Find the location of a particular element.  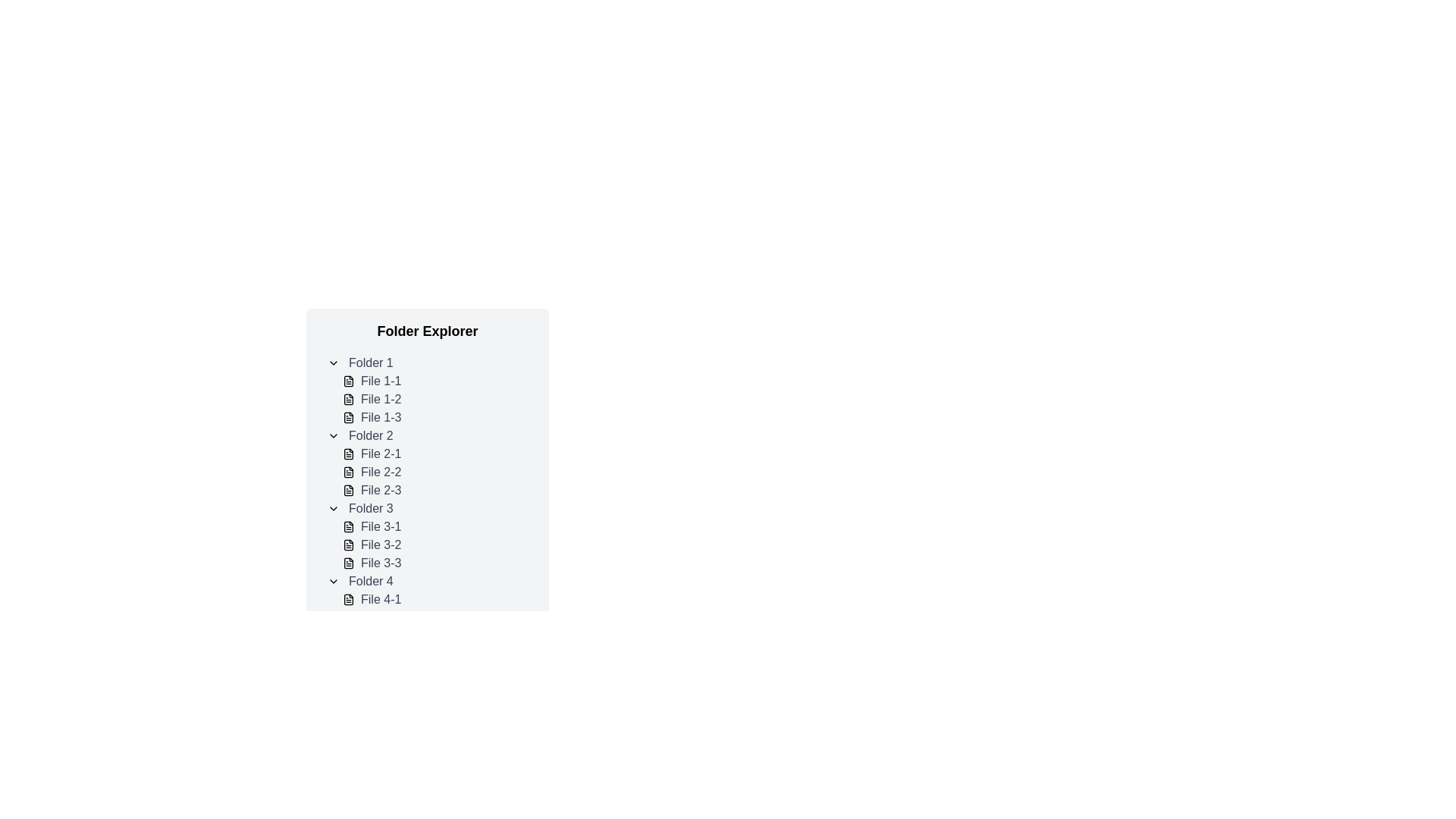

the collapsible tree view node representing 'Folder 3', which contains the files 'File 3-1', 'File 3-2', and 'File 3-3' is located at coordinates (427, 535).